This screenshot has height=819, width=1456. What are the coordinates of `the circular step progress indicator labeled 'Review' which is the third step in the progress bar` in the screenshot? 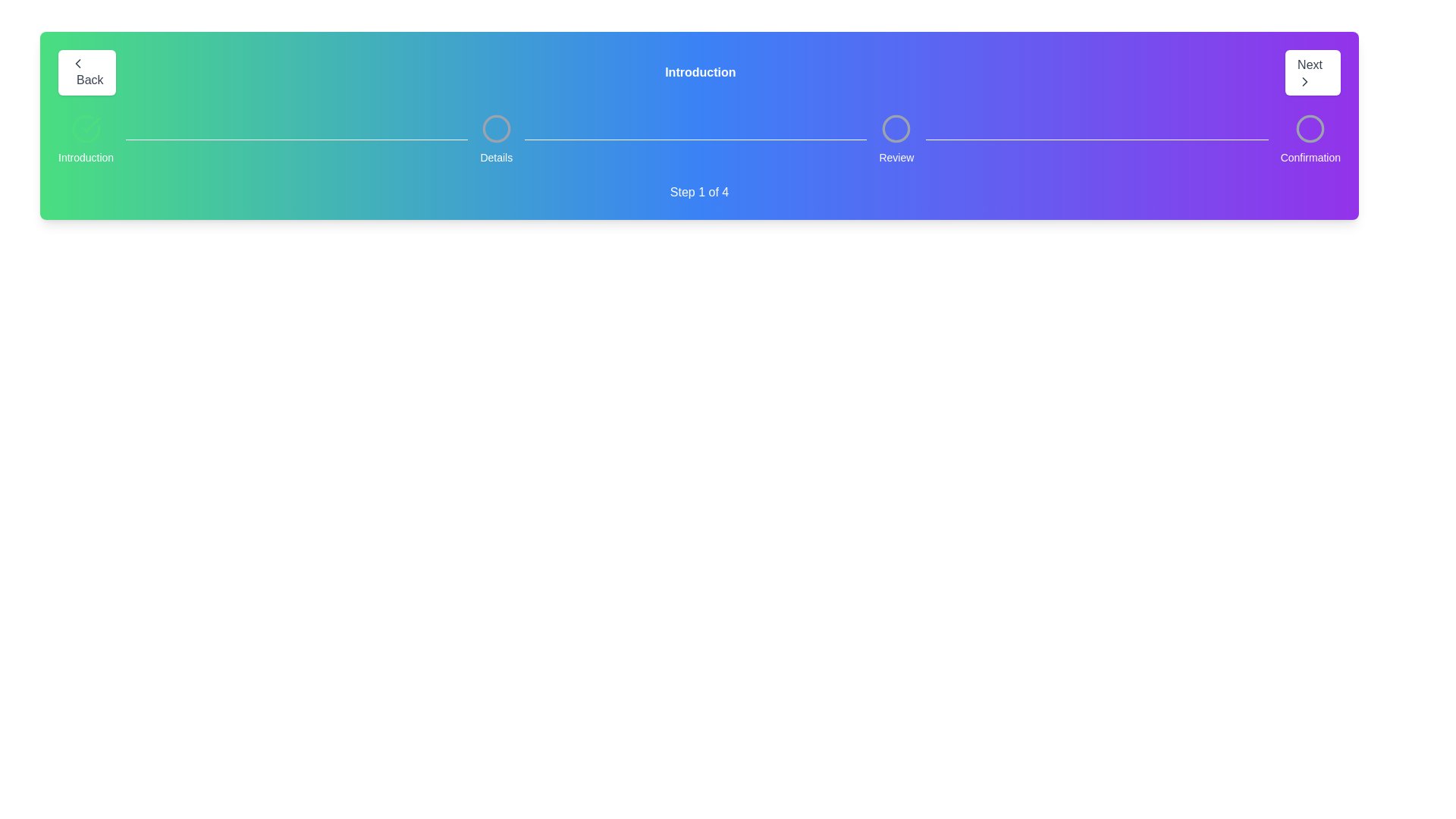 It's located at (896, 127).